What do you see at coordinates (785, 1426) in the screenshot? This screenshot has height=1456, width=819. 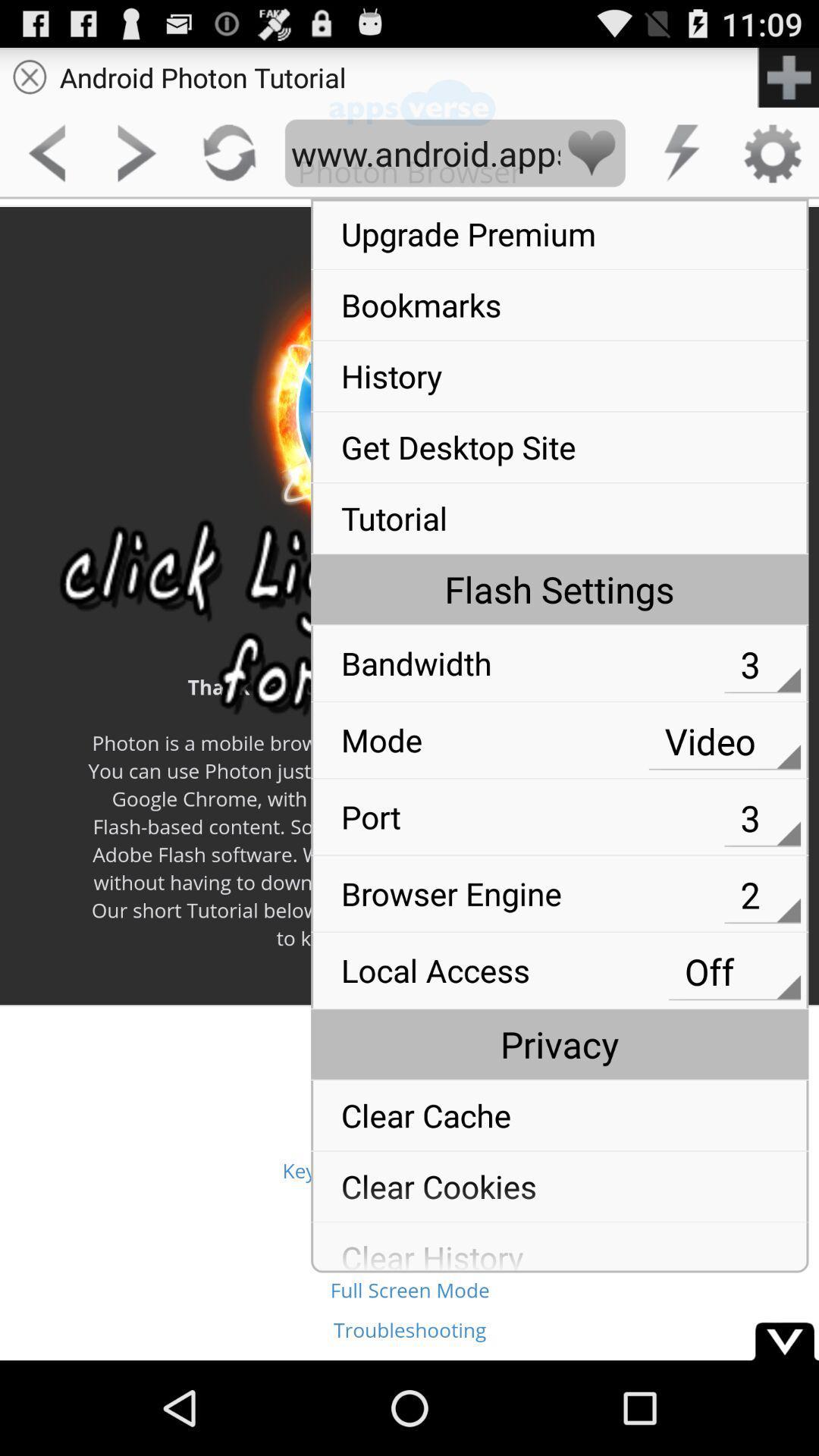 I see `the expand_more icon` at bounding box center [785, 1426].